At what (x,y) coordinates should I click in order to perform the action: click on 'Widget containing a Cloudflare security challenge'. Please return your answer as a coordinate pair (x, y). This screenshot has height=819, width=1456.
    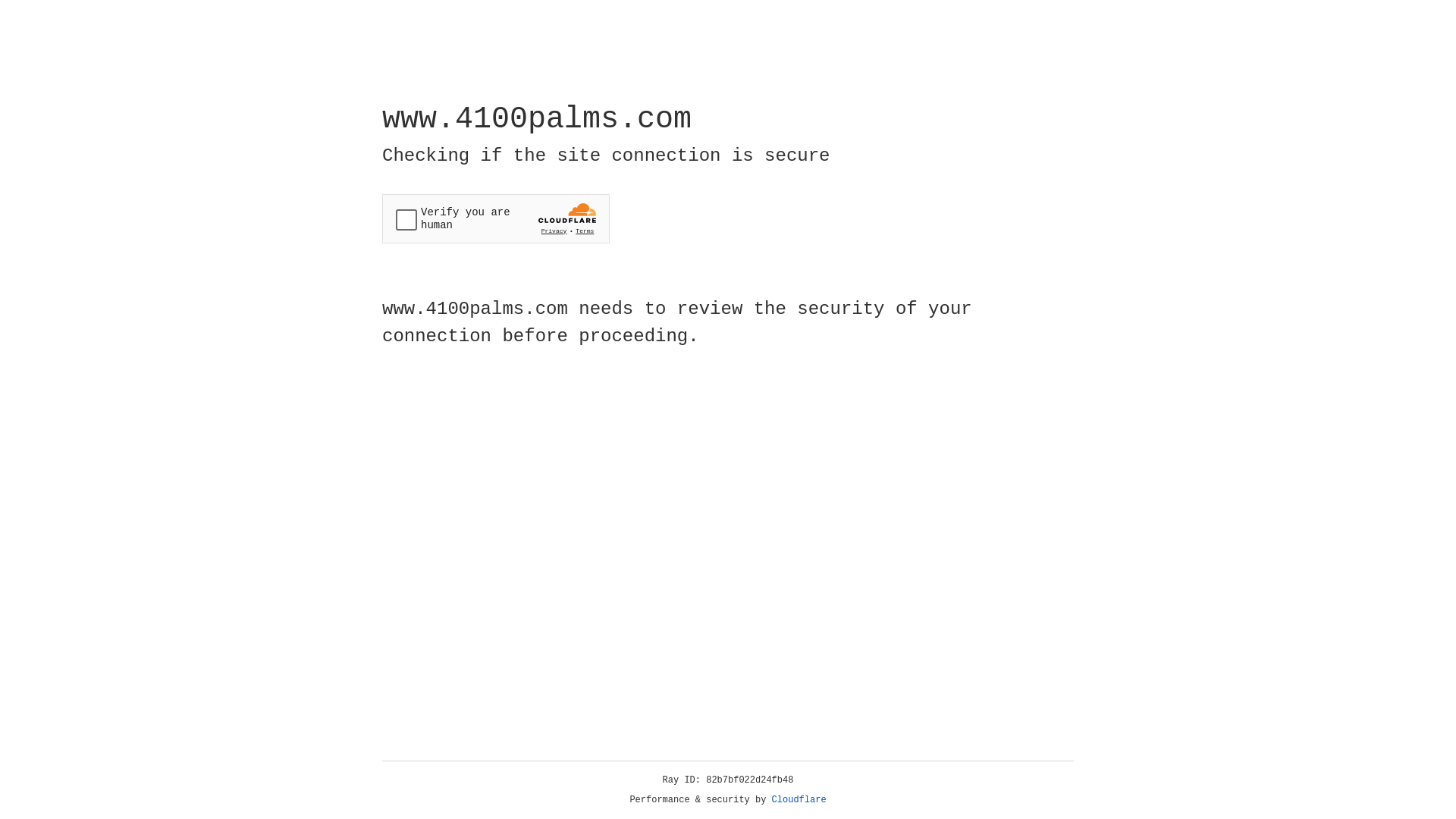
    Looking at the image, I should click on (495, 218).